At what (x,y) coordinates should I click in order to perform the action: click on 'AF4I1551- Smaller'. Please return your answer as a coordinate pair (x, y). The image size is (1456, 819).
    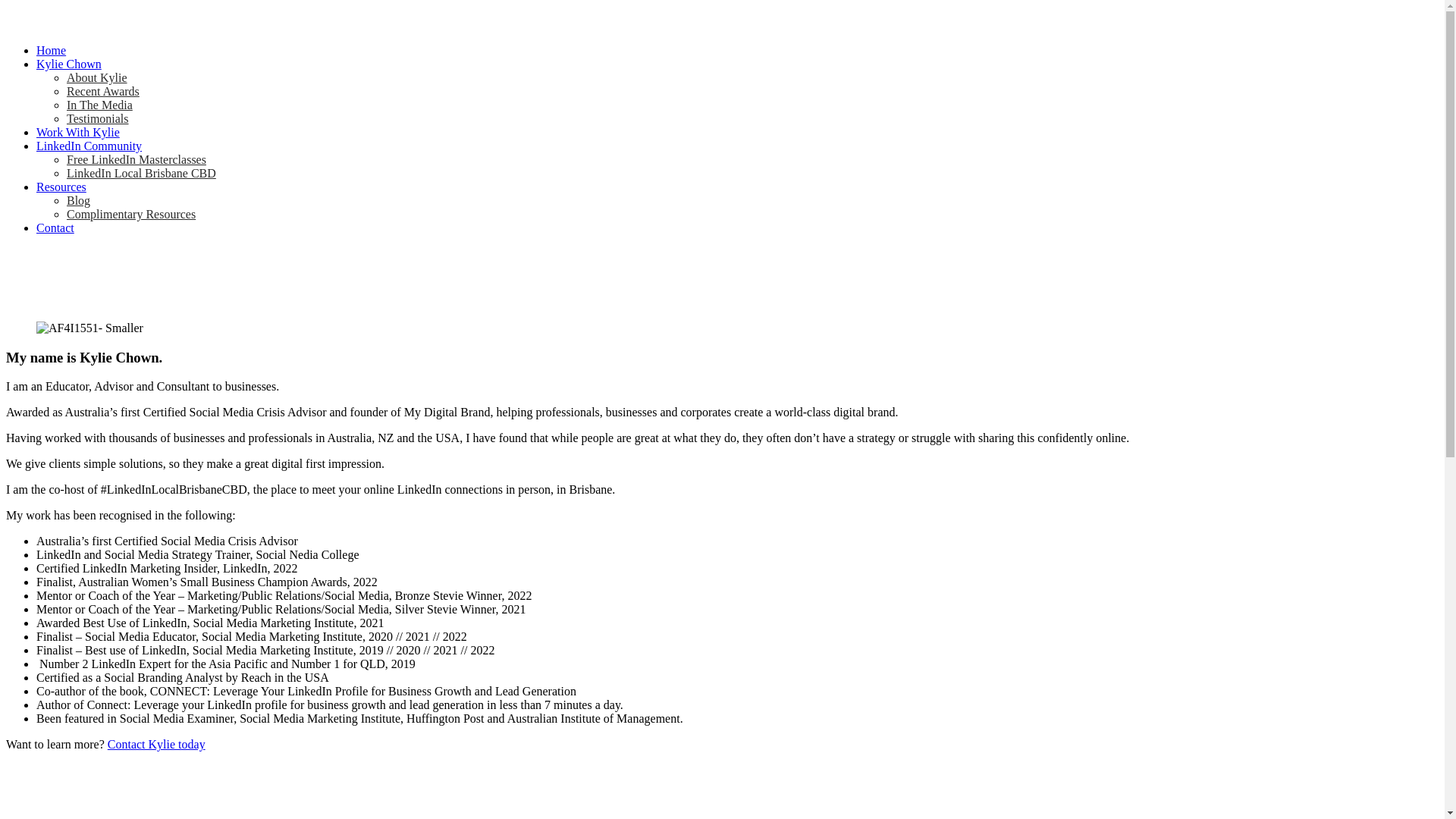
    Looking at the image, I should click on (89, 327).